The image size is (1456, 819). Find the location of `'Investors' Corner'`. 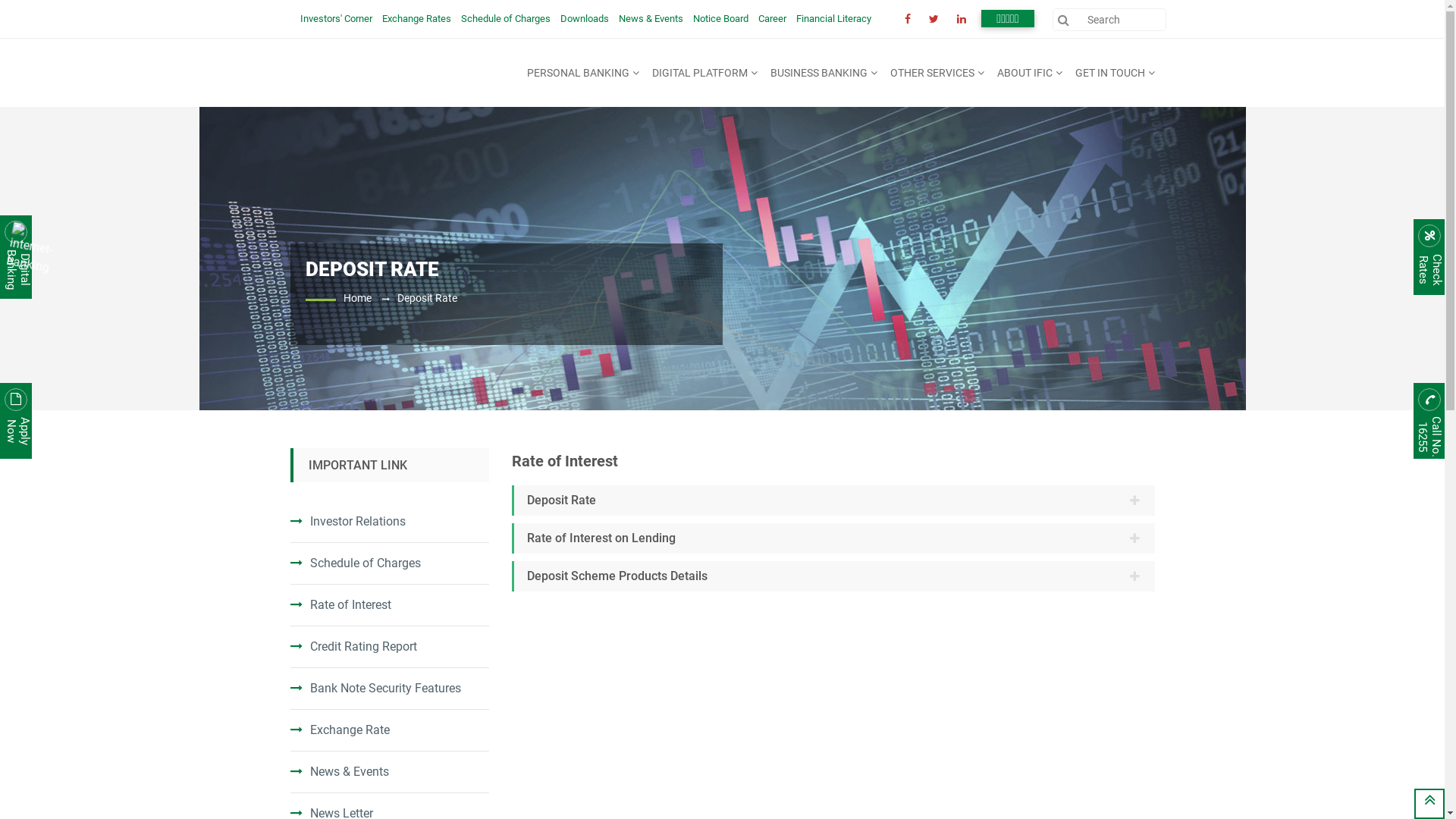

'Investors' Corner' is located at coordinates (335, 18).